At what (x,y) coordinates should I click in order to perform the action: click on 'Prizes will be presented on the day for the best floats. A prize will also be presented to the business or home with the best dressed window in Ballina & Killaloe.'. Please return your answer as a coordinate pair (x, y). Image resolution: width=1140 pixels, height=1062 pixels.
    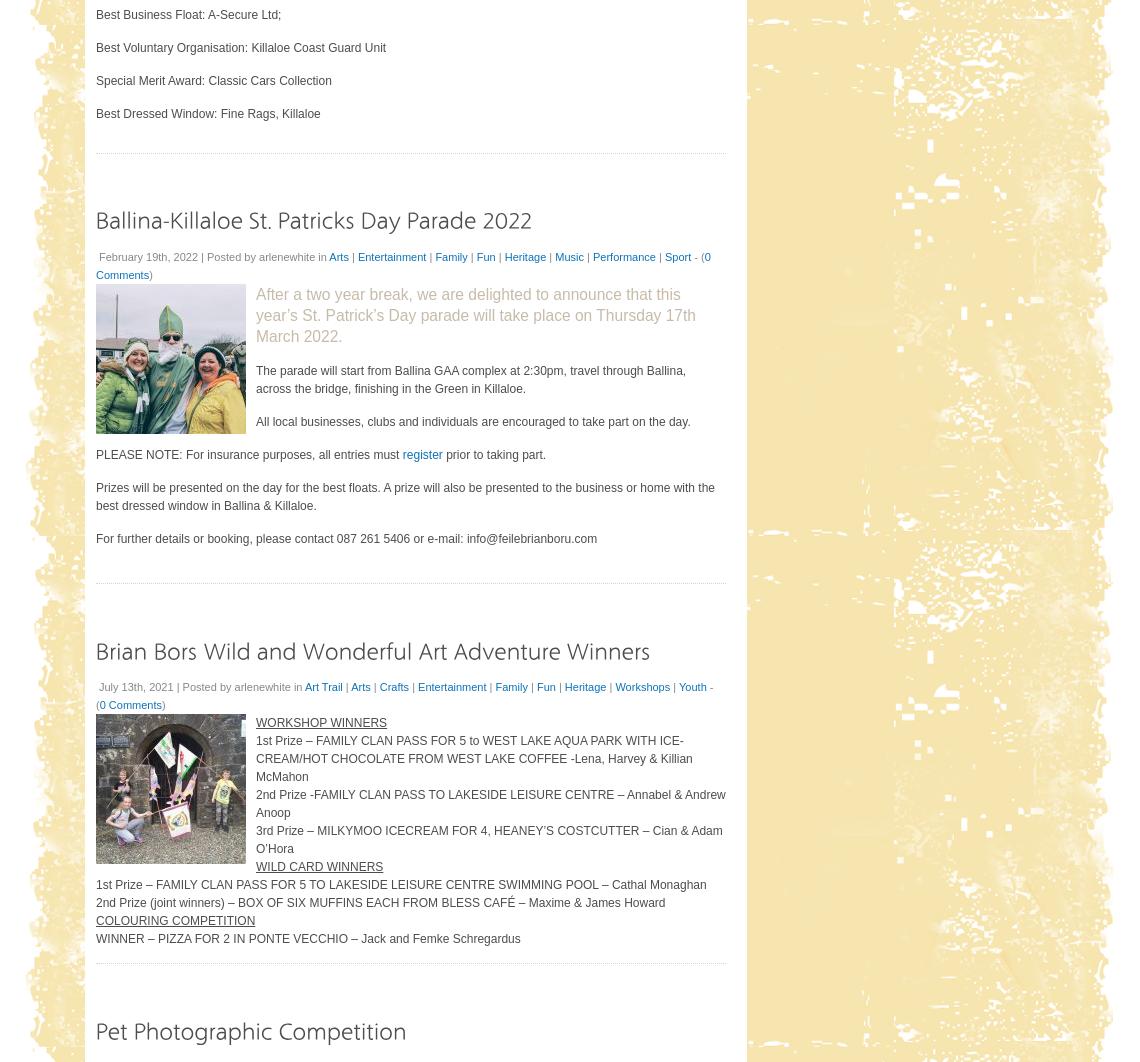
    Looking at the image, I should click on (404, 494).